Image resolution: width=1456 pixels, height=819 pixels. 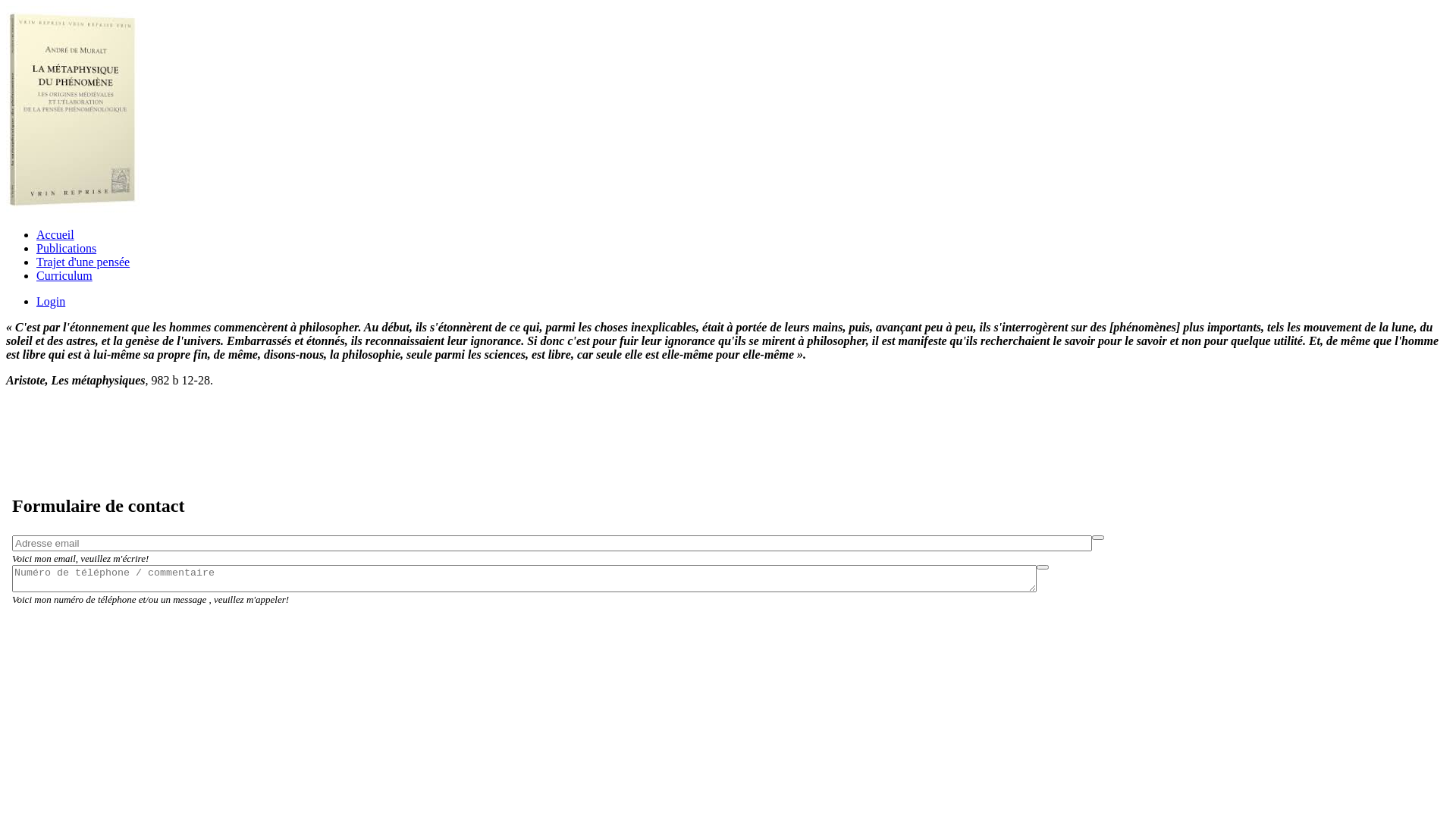 What do you see at coordinates (55, 234) in the screenshot?
I see `'Accueil'` at bounding box center [55, 234].